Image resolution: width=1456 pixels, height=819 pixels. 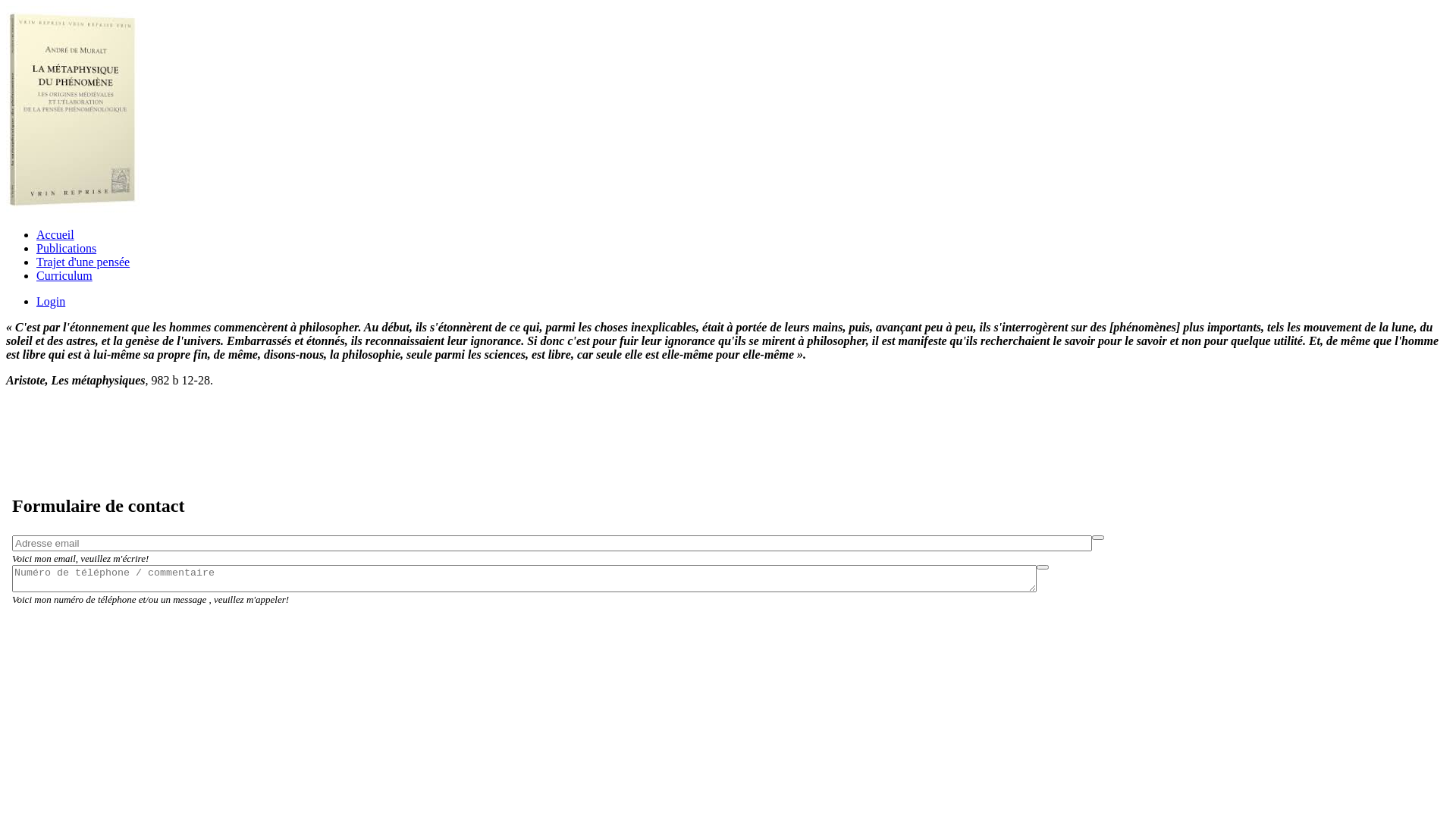 What do you see at coordinates (55, 234) in the screenshot?
I see `'Accueil'` at bounding box center [55, 234].